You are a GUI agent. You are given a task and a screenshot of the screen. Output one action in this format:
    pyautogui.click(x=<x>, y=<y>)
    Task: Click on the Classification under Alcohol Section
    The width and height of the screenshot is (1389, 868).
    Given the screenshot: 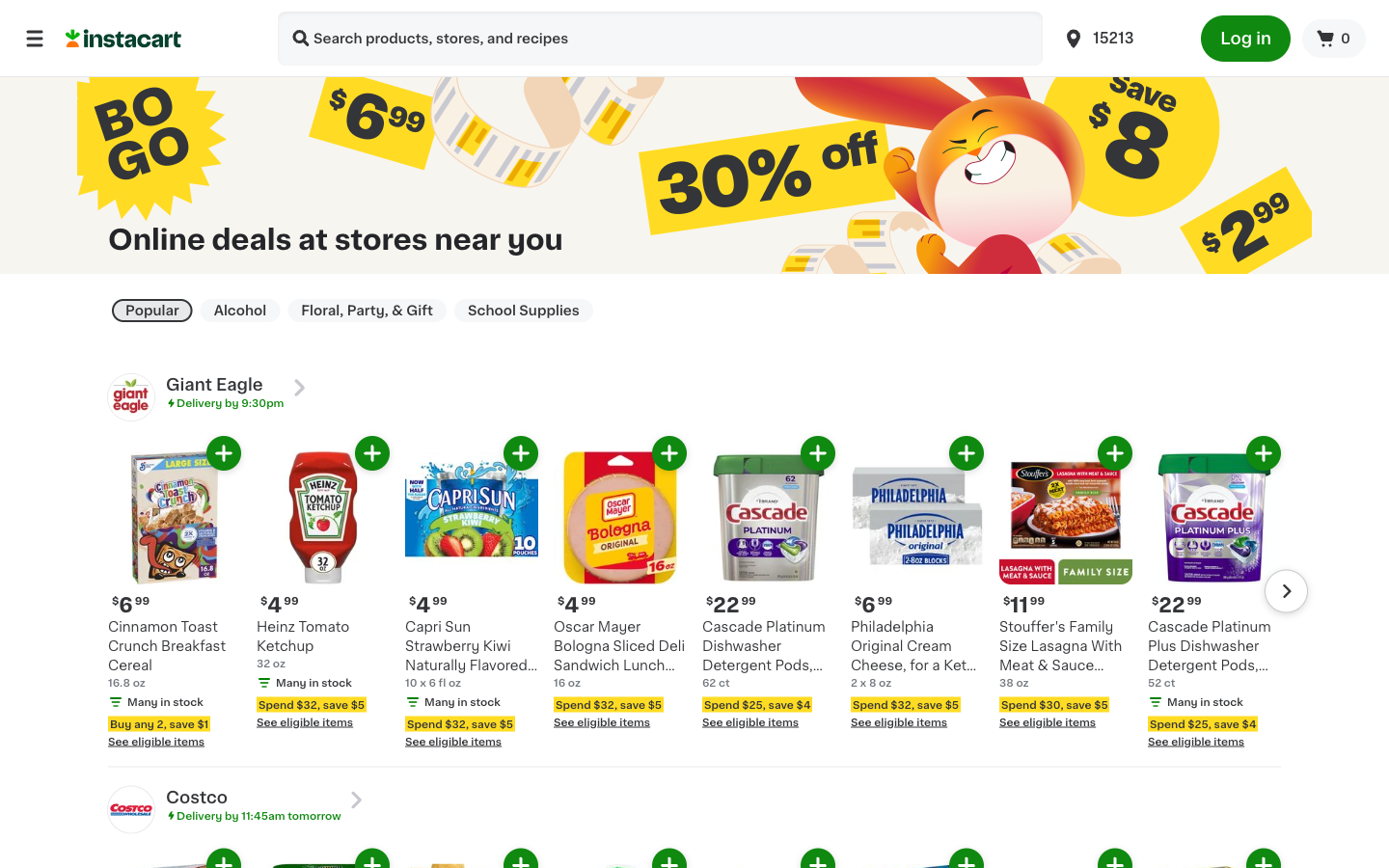 What is the action you would take?
    pyautogui.click(x=238, y=310)
    